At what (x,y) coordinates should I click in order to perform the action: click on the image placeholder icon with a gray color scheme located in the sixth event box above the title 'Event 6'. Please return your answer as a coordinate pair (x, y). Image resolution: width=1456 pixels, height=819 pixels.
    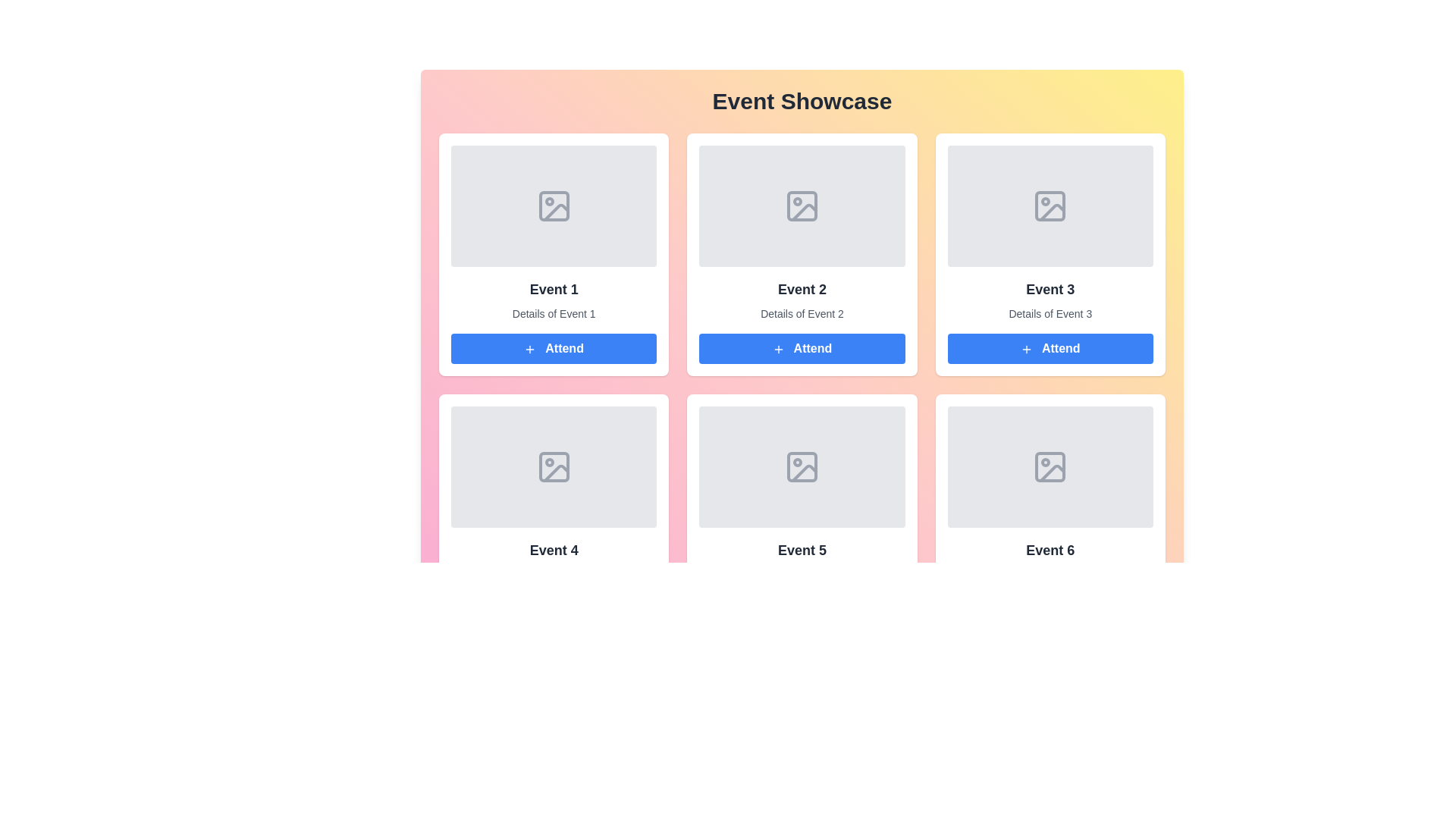
    Looking at the image, I should click on (1050, 466).